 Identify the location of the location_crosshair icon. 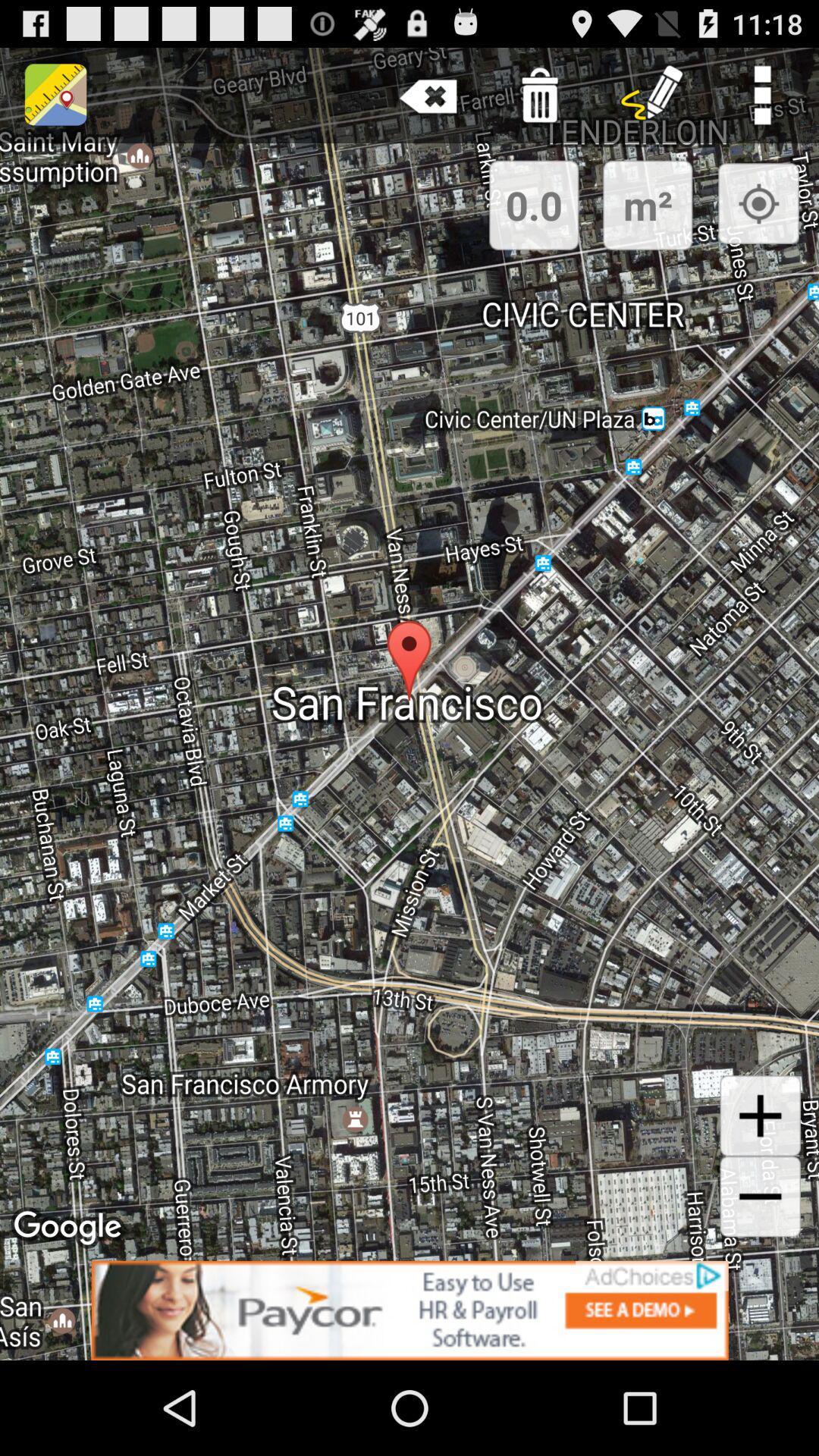
(758, 217).